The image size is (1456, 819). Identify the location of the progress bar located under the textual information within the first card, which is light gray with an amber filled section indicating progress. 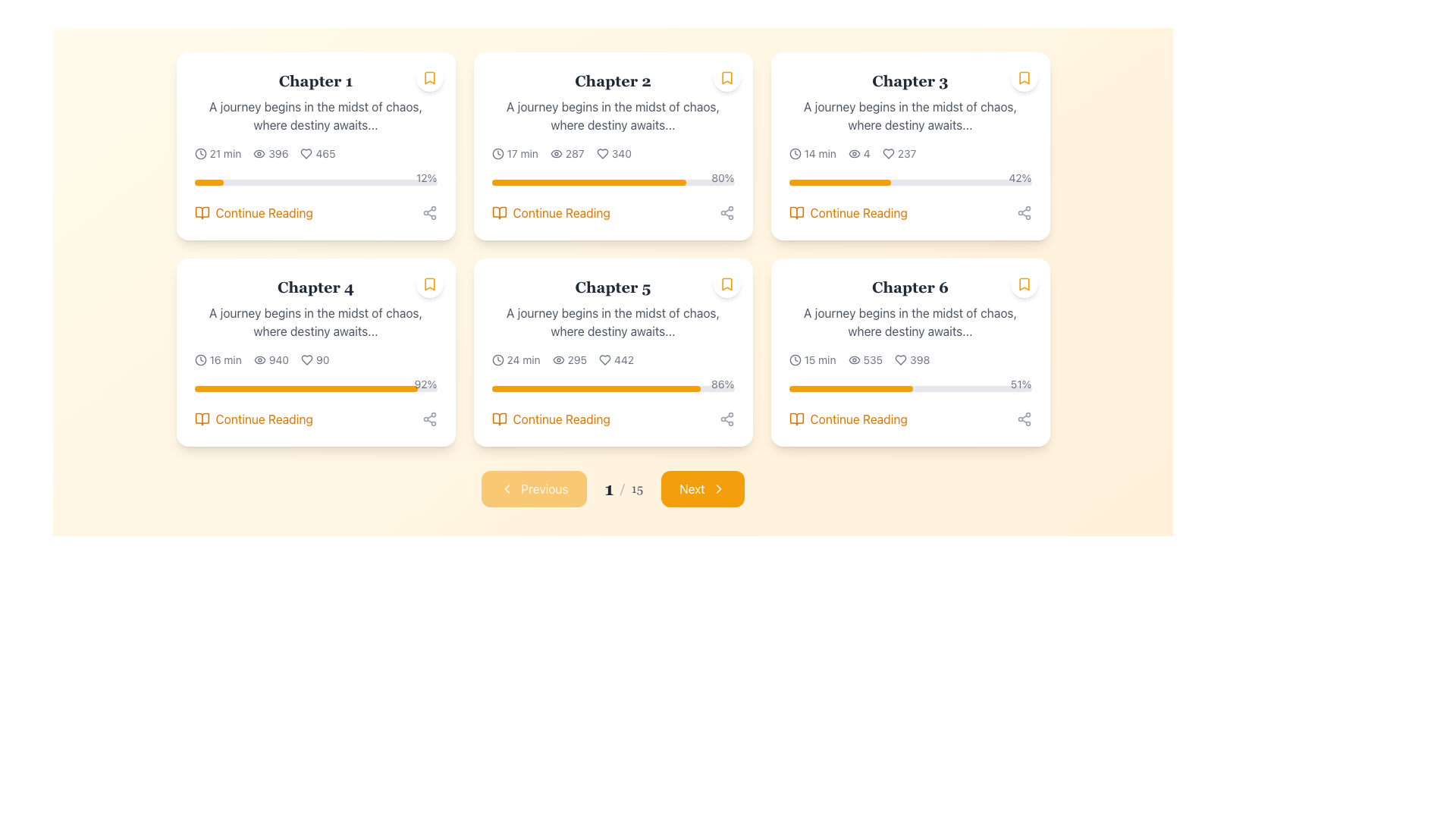
(315, 181).